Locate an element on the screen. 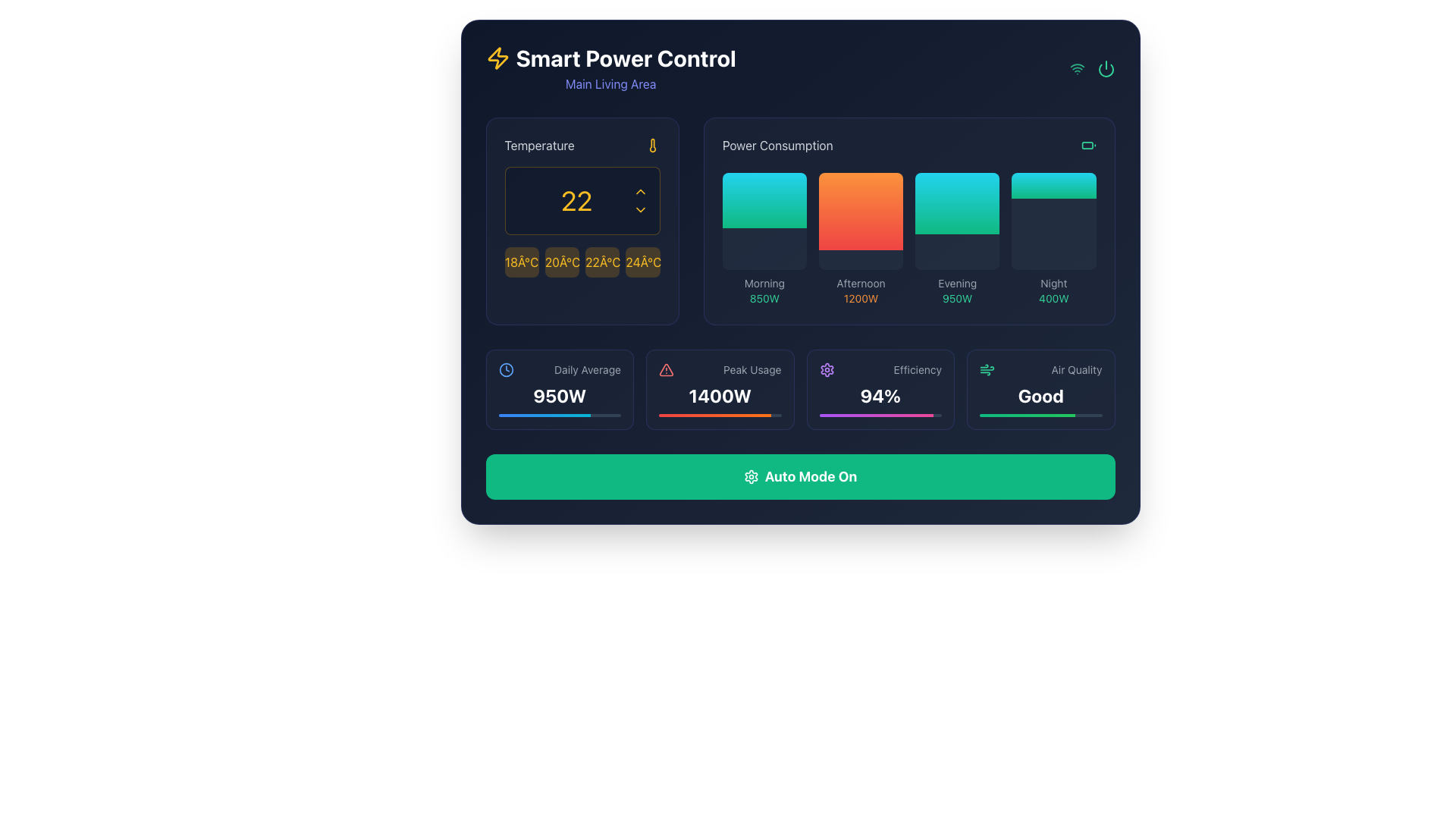  the gear icon located to the left of the 'Auto Mode On' text on a green background at the bottom center of the interface is located at coordinates (751, 475).